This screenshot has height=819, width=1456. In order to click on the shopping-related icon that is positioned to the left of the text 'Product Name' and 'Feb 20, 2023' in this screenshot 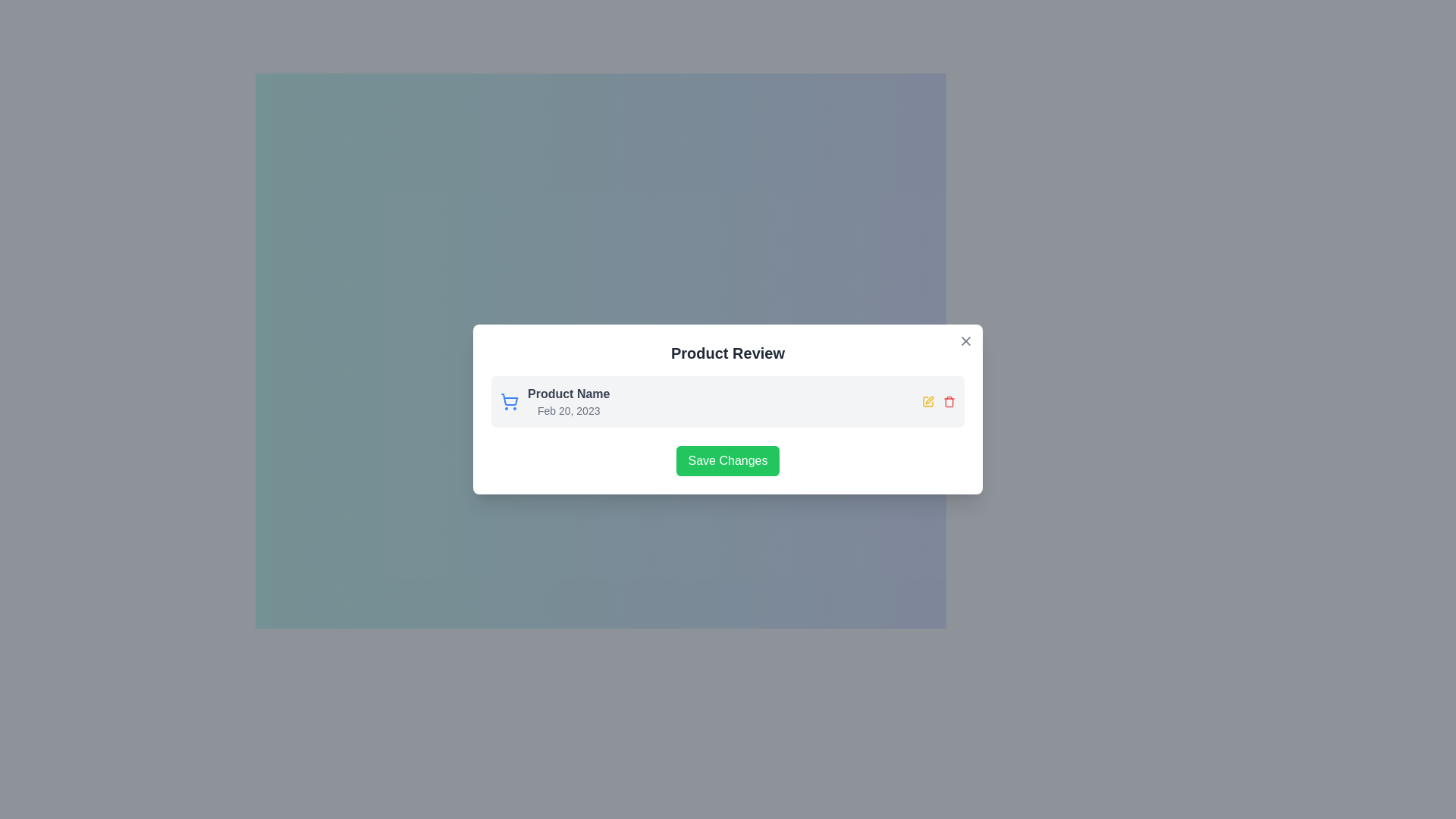, I will do `click(510, 400)`.